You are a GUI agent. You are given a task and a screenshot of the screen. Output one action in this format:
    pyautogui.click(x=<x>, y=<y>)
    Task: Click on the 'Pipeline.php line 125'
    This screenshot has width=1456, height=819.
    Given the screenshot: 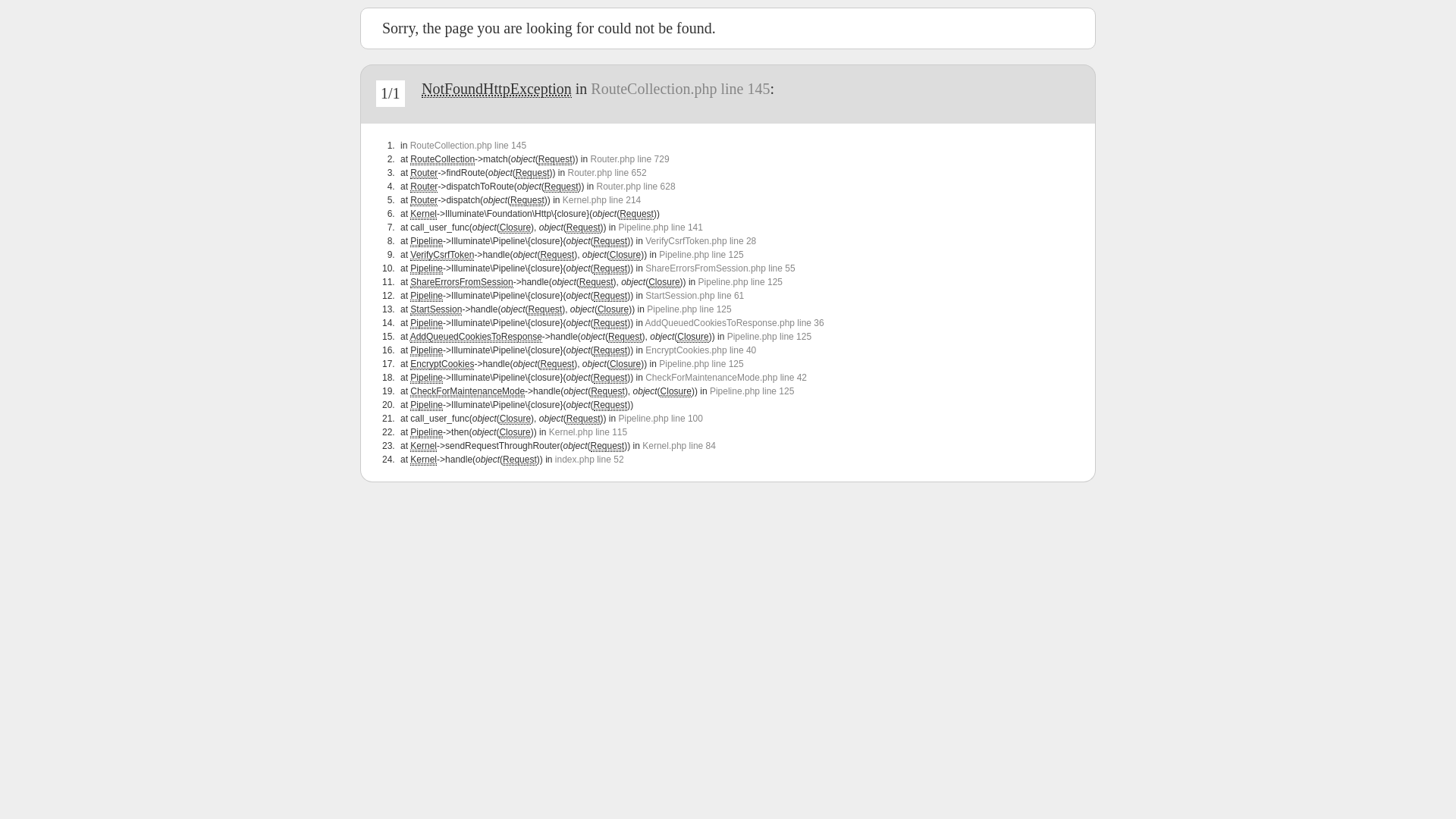 What is the action you would take?
    pyautogui.click(x=709, y=391)
    